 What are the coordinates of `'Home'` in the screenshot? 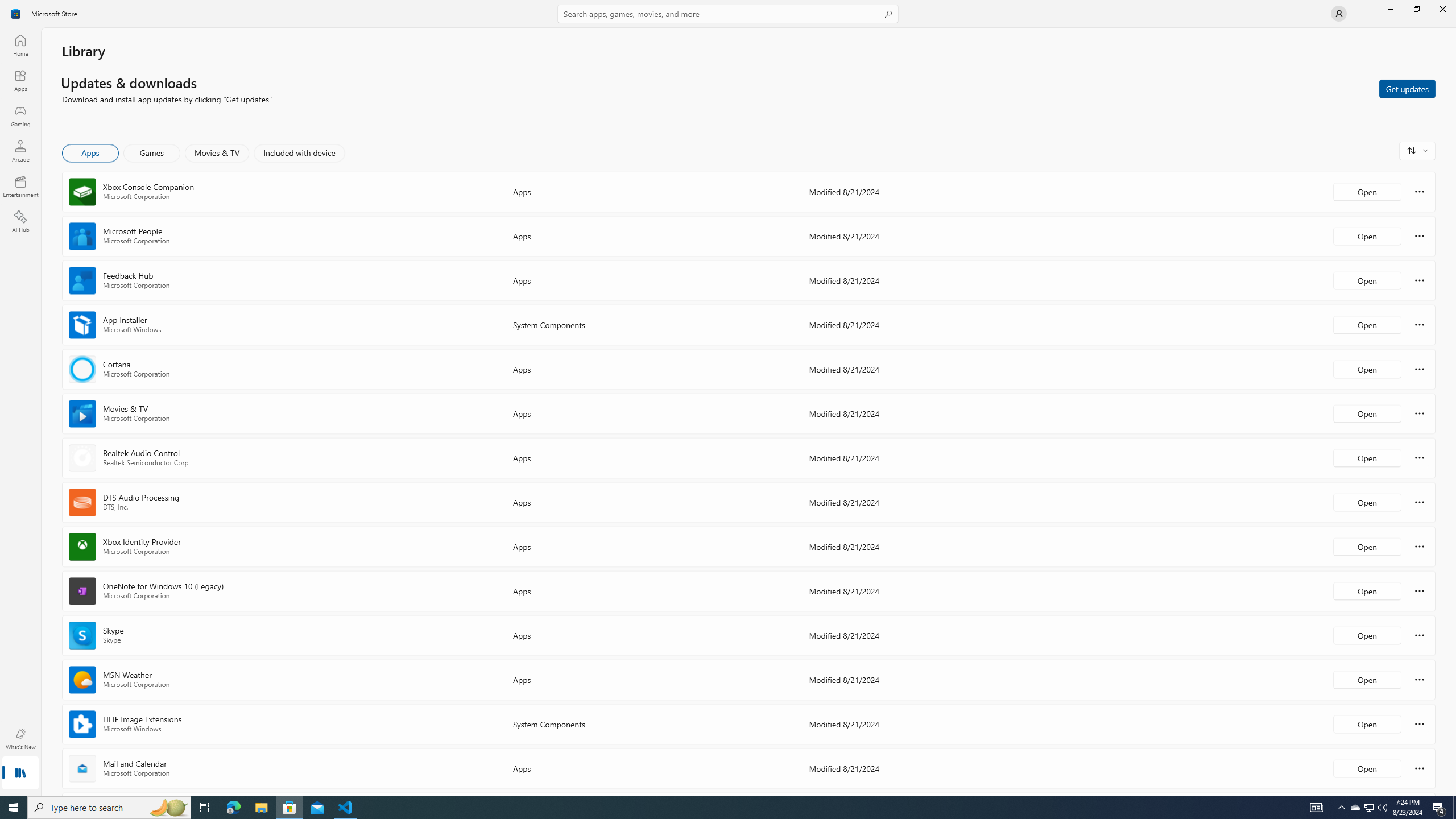 It's located at (19, 44).